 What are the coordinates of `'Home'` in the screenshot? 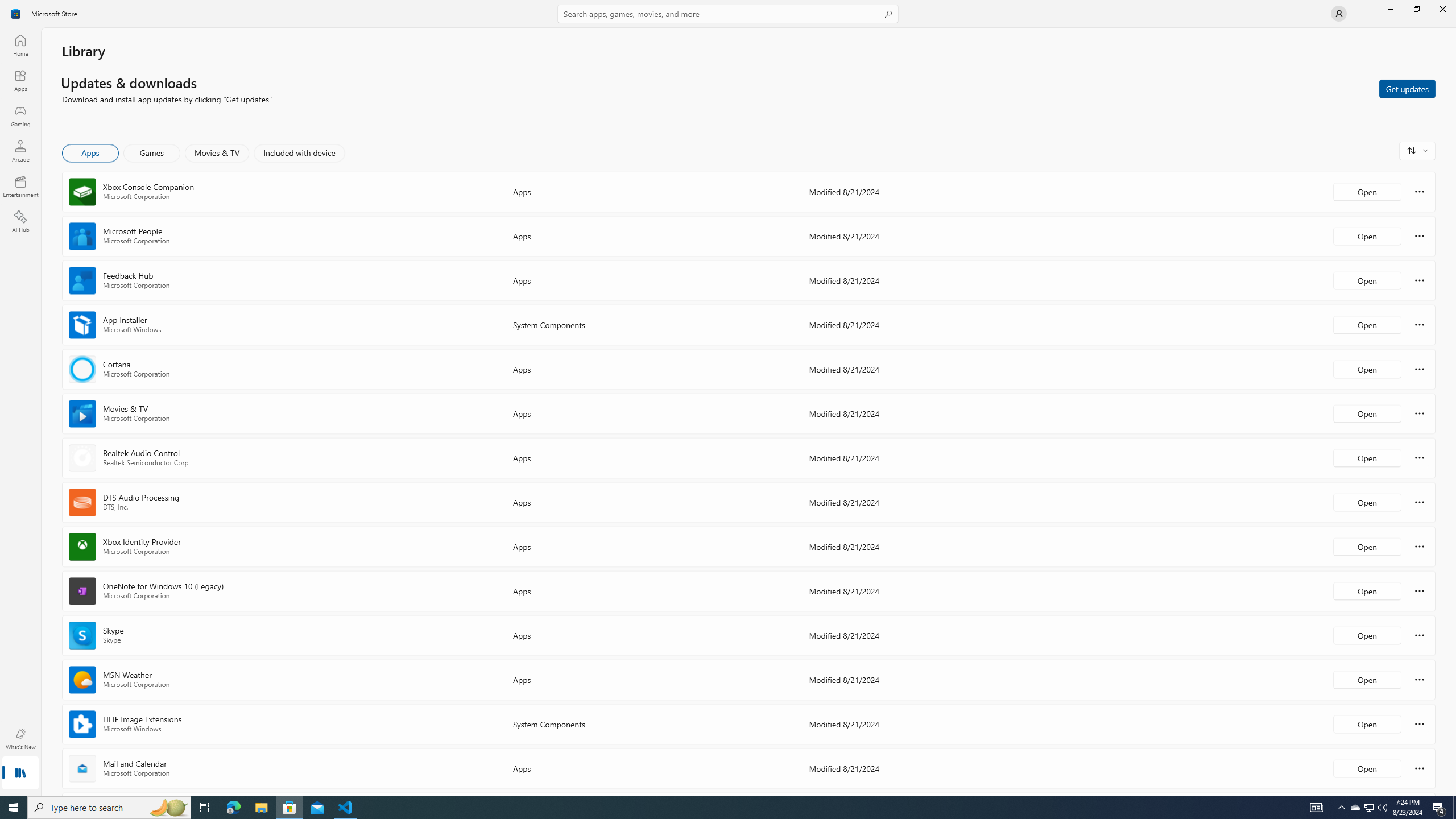 It's located at (19, 44).